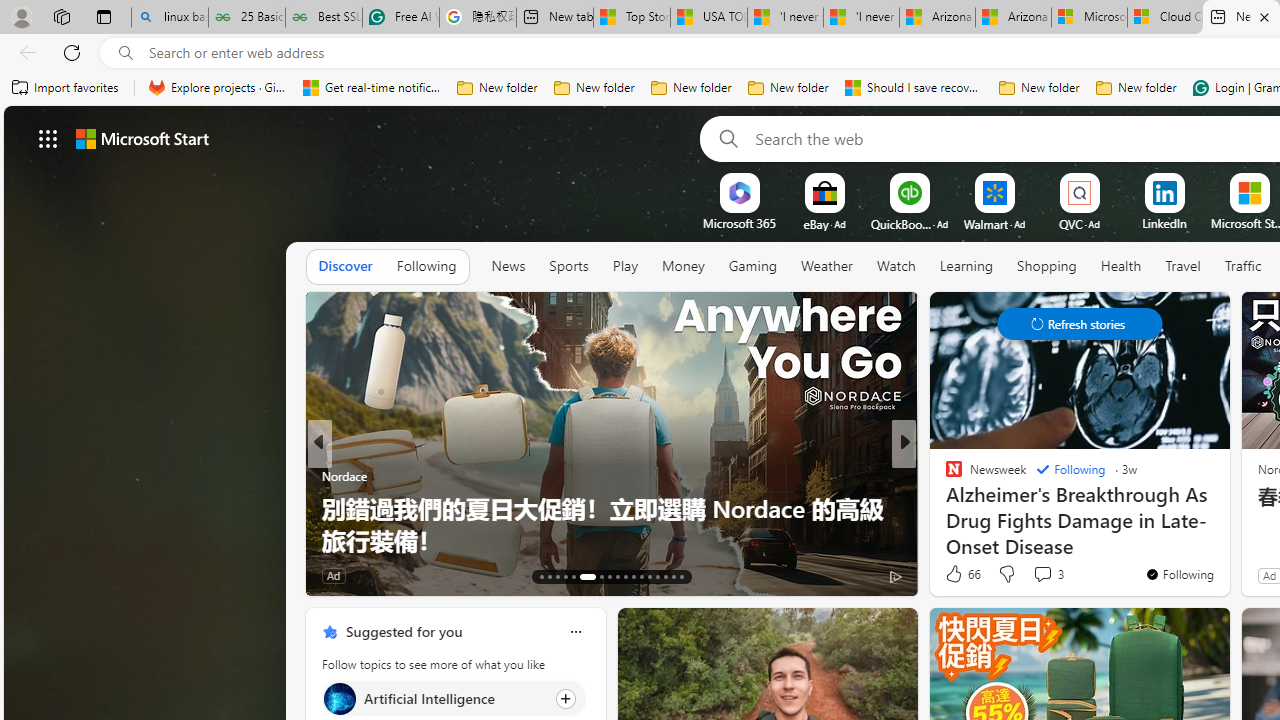 The height and width of the screenshot is (720, 1280). I want to click on 'The Weather Channel', so click(944, 475).